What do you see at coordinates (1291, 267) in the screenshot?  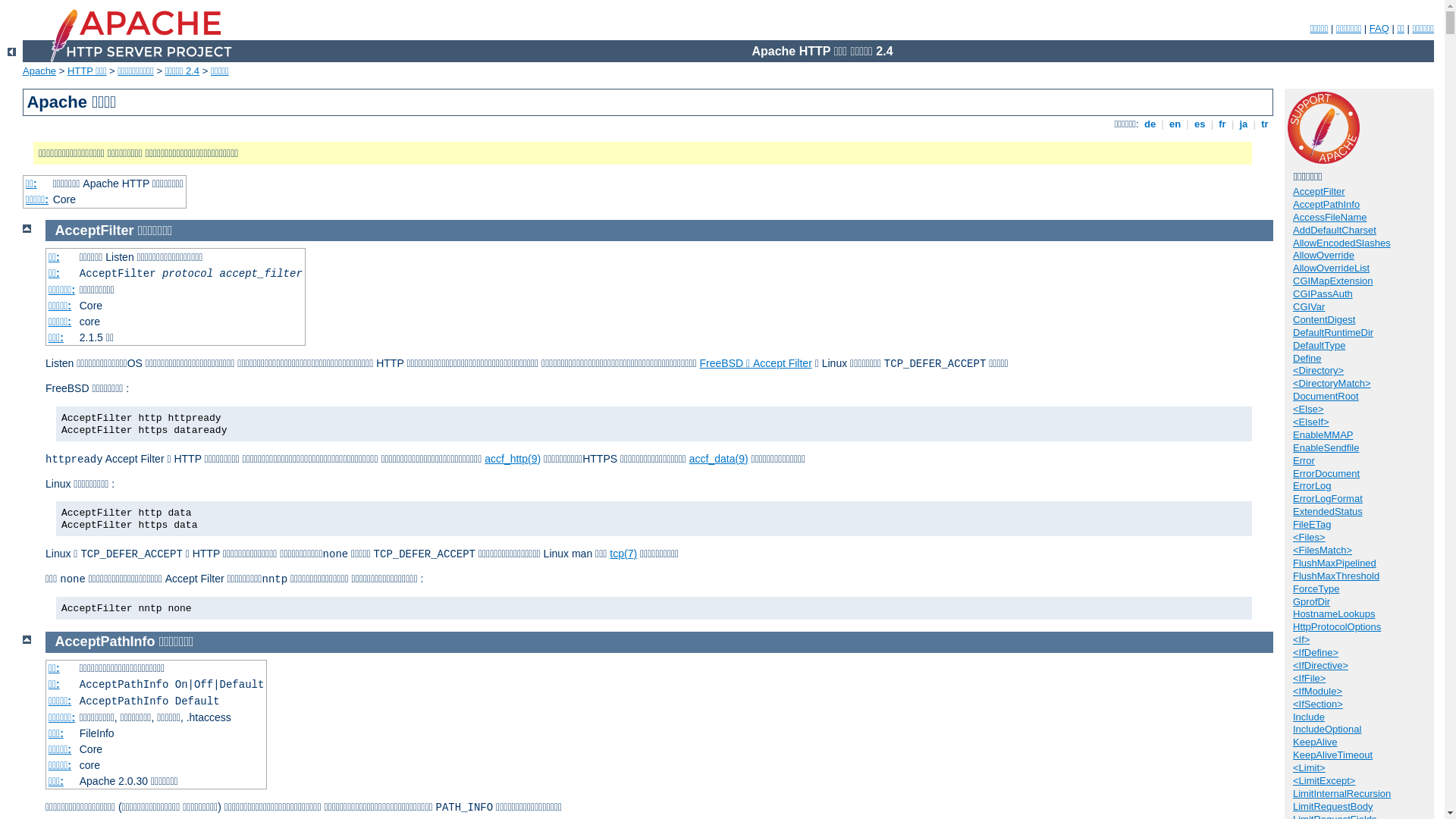 I see `'AllowOverrideList'` at bounding box center [1291, 267].